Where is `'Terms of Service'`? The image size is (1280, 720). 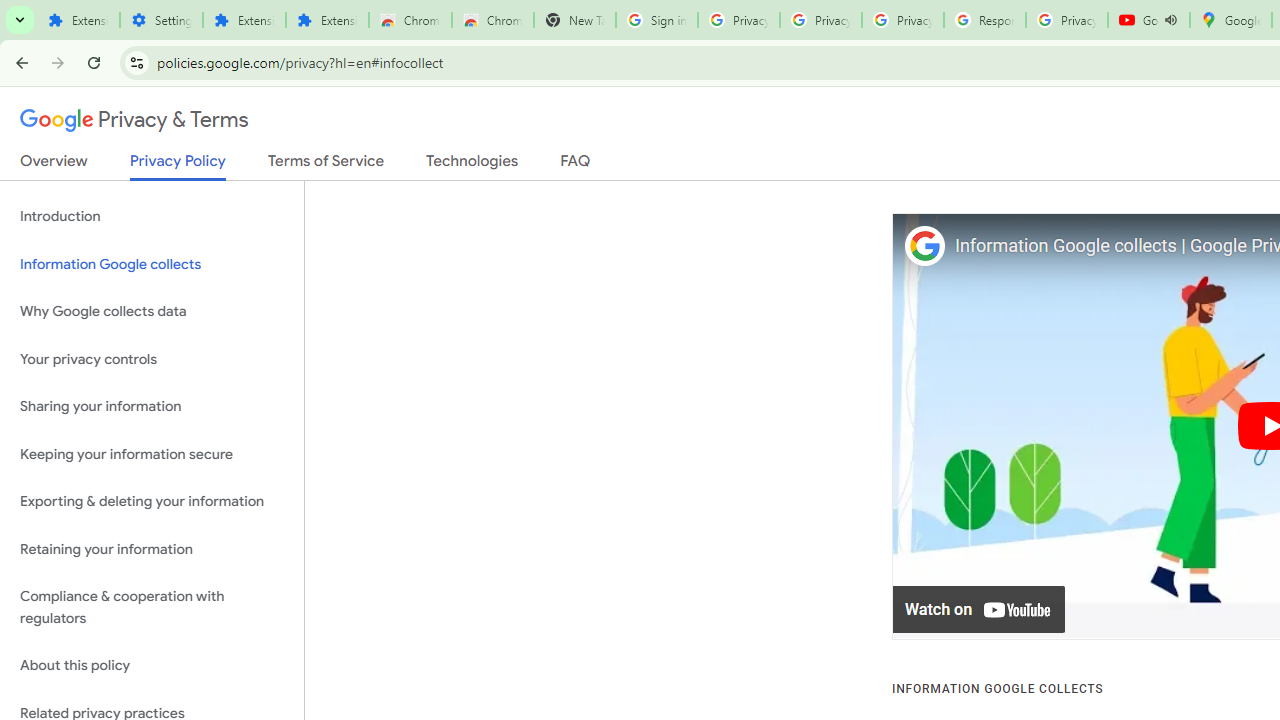
'Terms of Service' is located at coordinates (326, 164).